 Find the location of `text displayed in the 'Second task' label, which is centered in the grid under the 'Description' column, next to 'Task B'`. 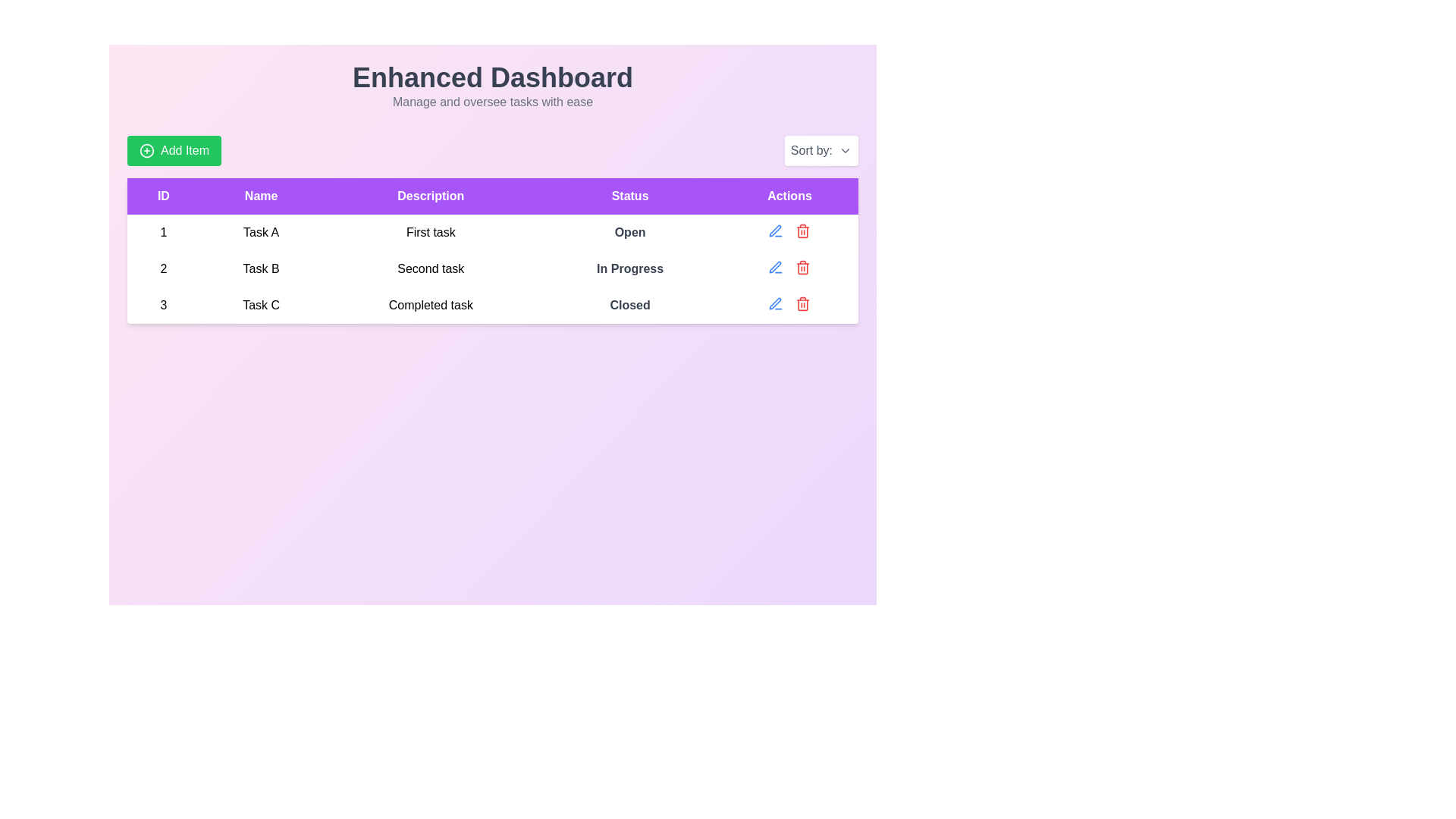

text displayed in the 'Second task' label, which is centered in the grid under the 'Description' column, next to 'Task B' is located at coordinates (430, 268).